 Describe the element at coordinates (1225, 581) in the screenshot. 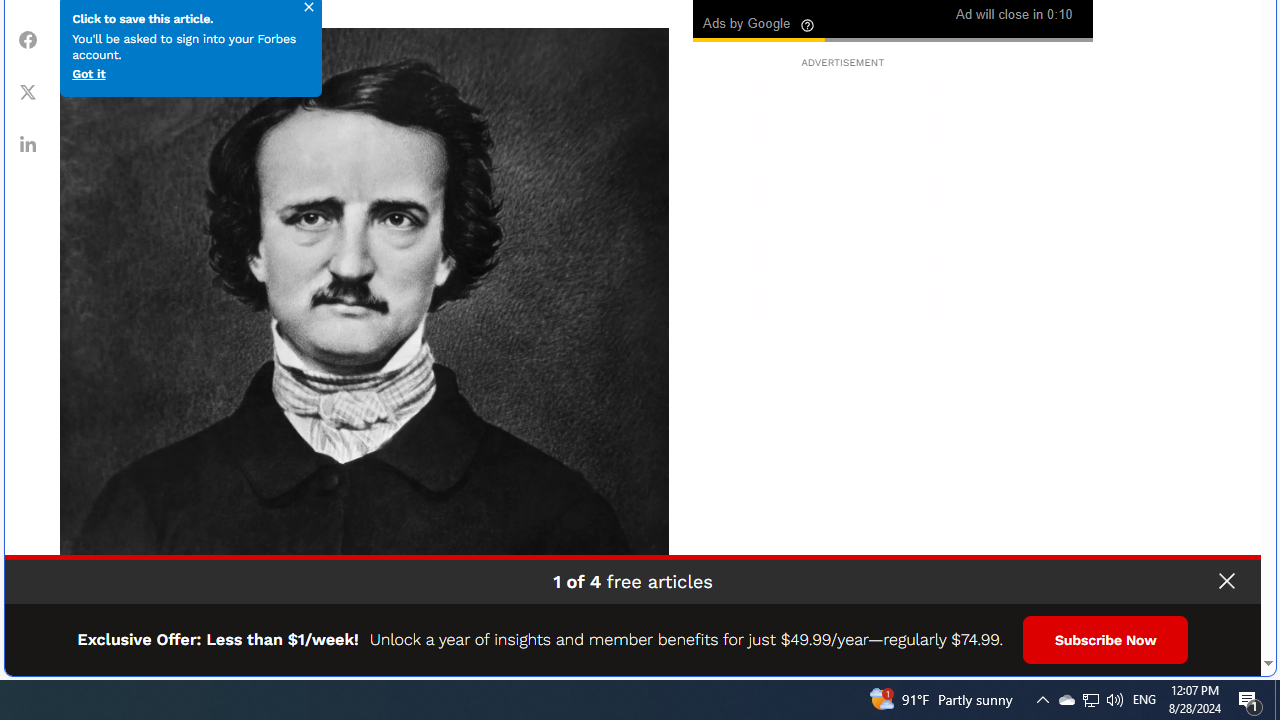

I see `'Class: close-button unbutton'` at that location.